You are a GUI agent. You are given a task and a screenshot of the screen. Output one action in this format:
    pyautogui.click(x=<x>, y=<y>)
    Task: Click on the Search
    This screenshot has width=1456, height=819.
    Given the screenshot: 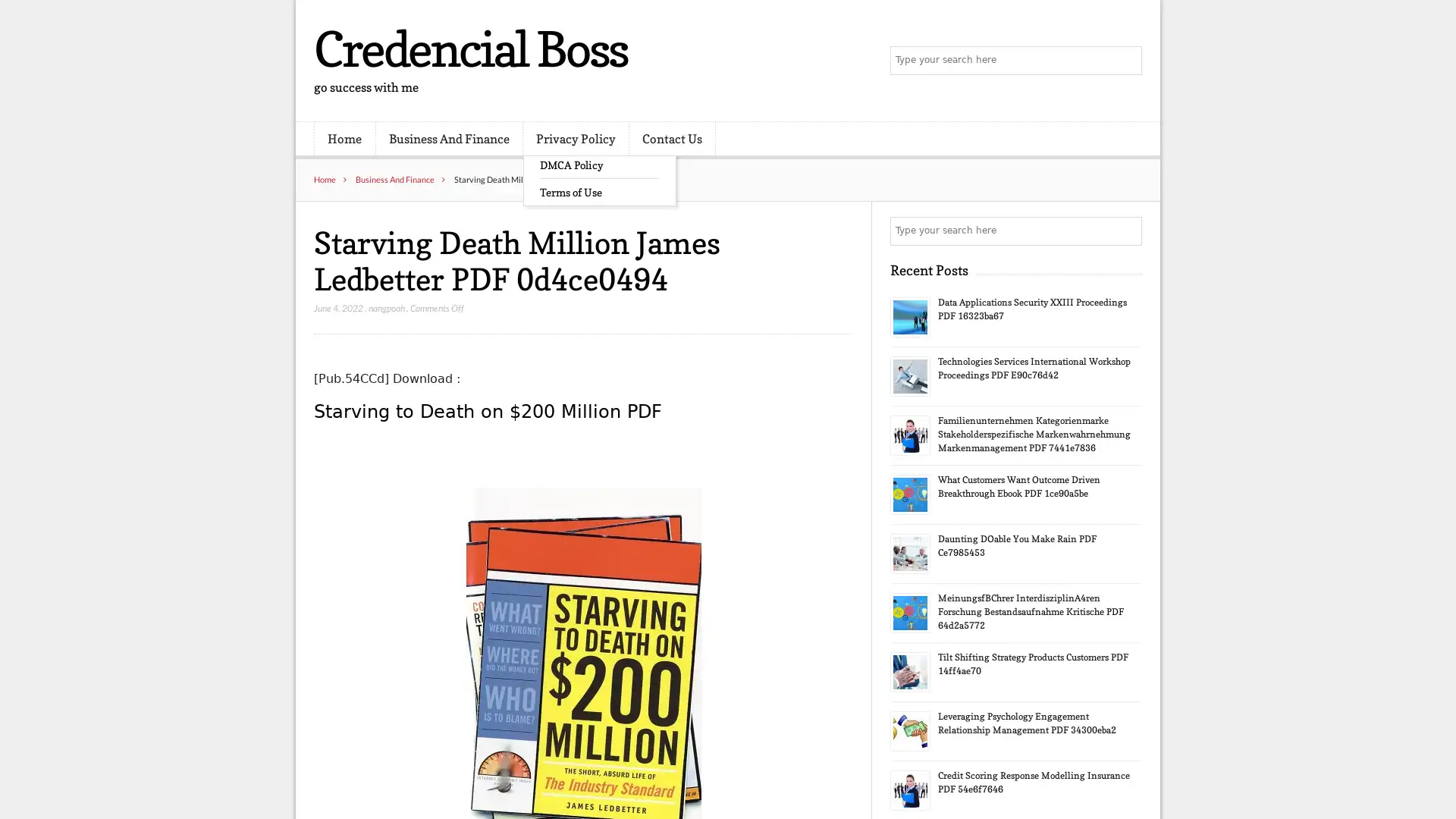 What is the action you would take?
    pyautogui.click(x=1126, y=61)
    